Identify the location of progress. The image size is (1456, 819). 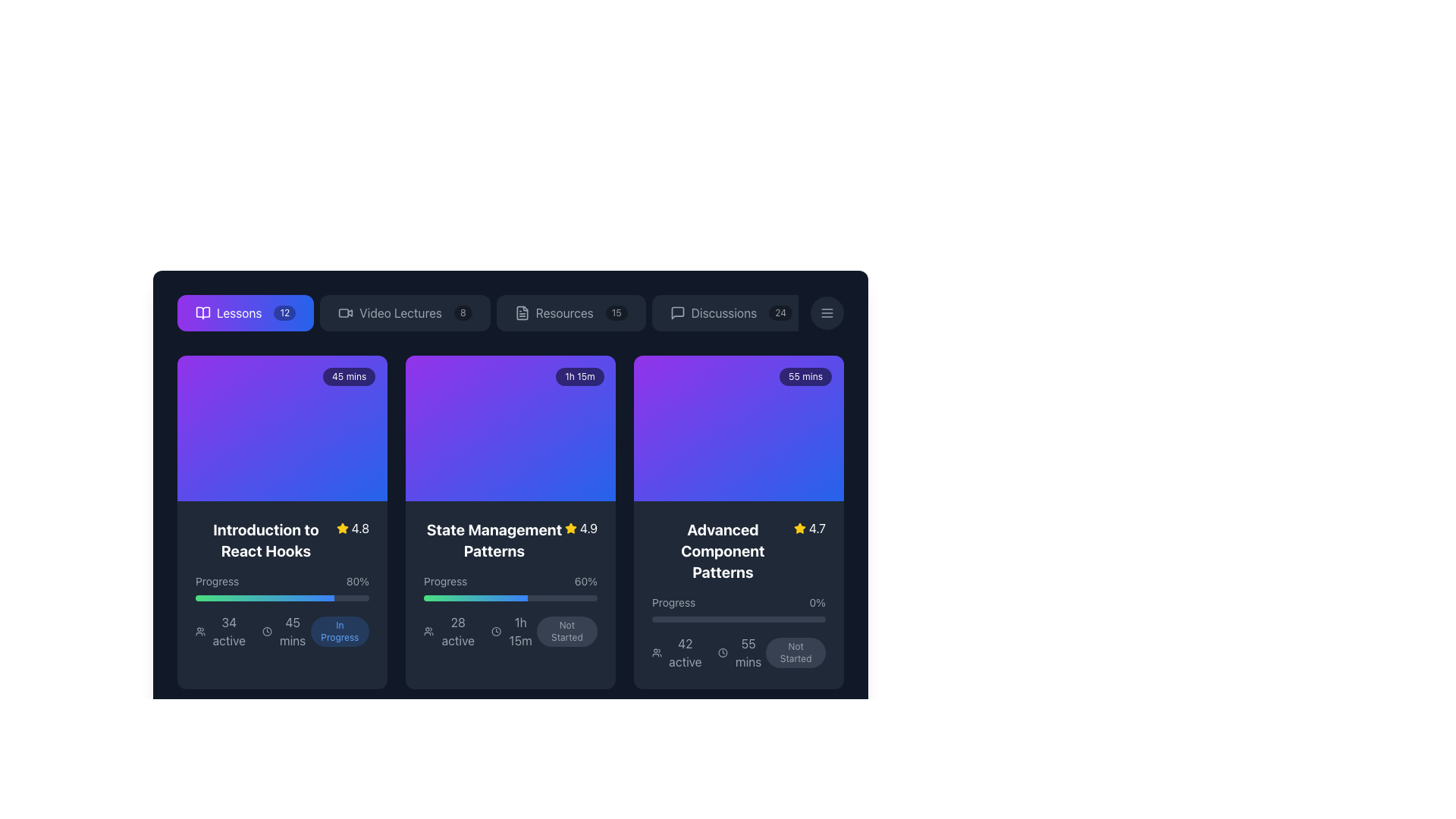
(221, 598).